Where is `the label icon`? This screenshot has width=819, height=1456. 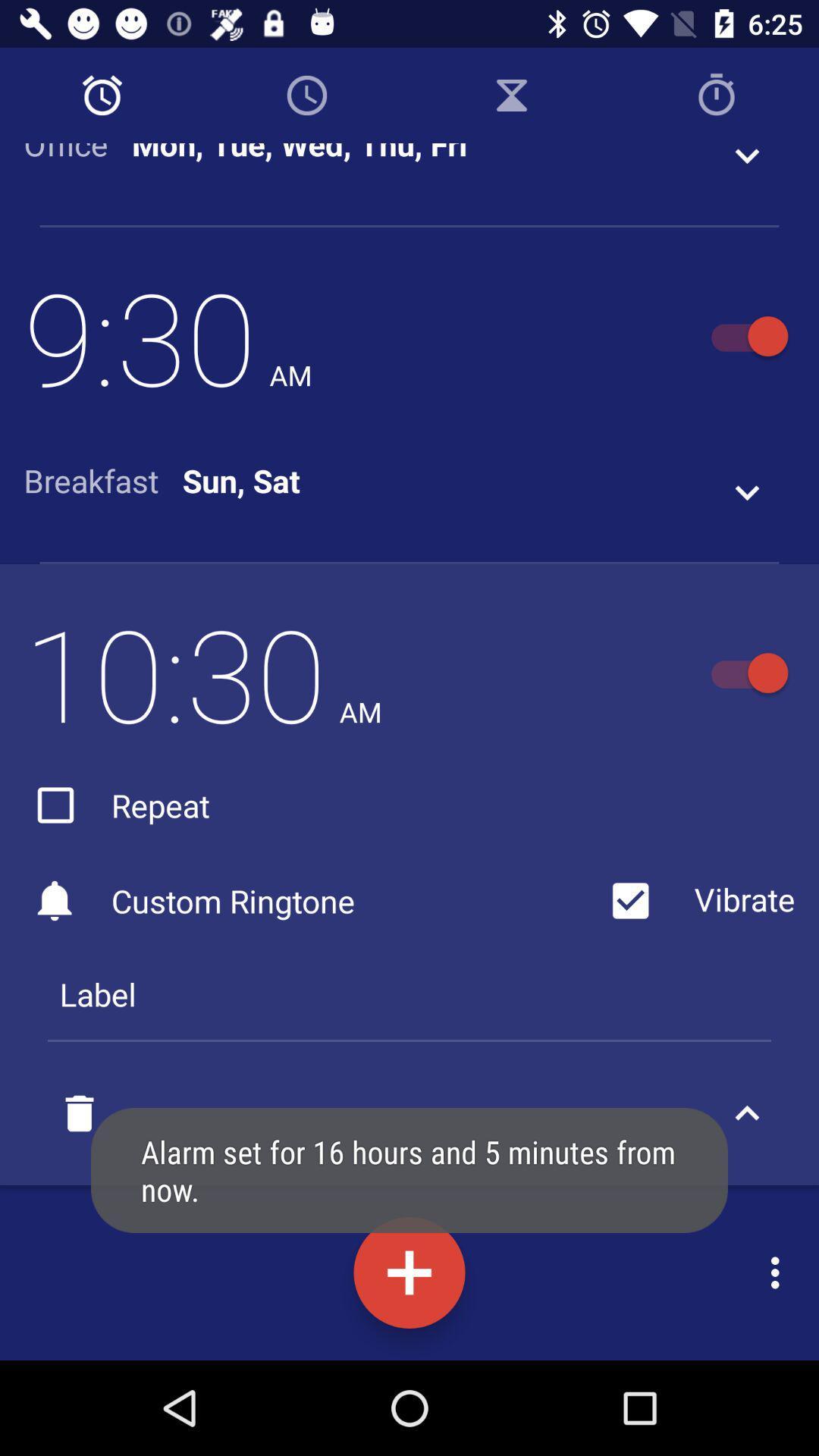 the label icon is located at coordinates (409, 993).